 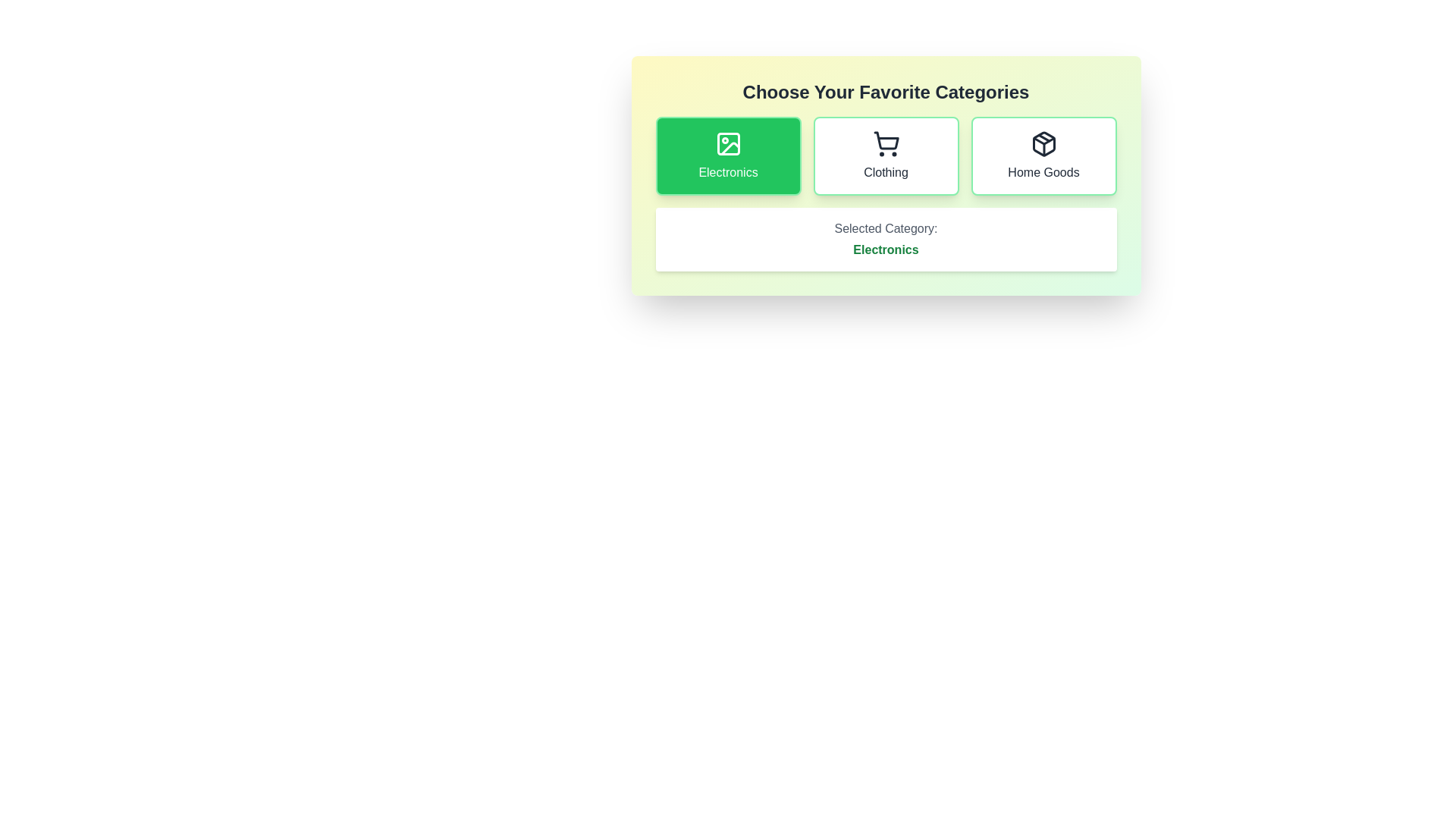 I want to click on the category button corresponding to Home Goods, so click(x=1043, y=155).